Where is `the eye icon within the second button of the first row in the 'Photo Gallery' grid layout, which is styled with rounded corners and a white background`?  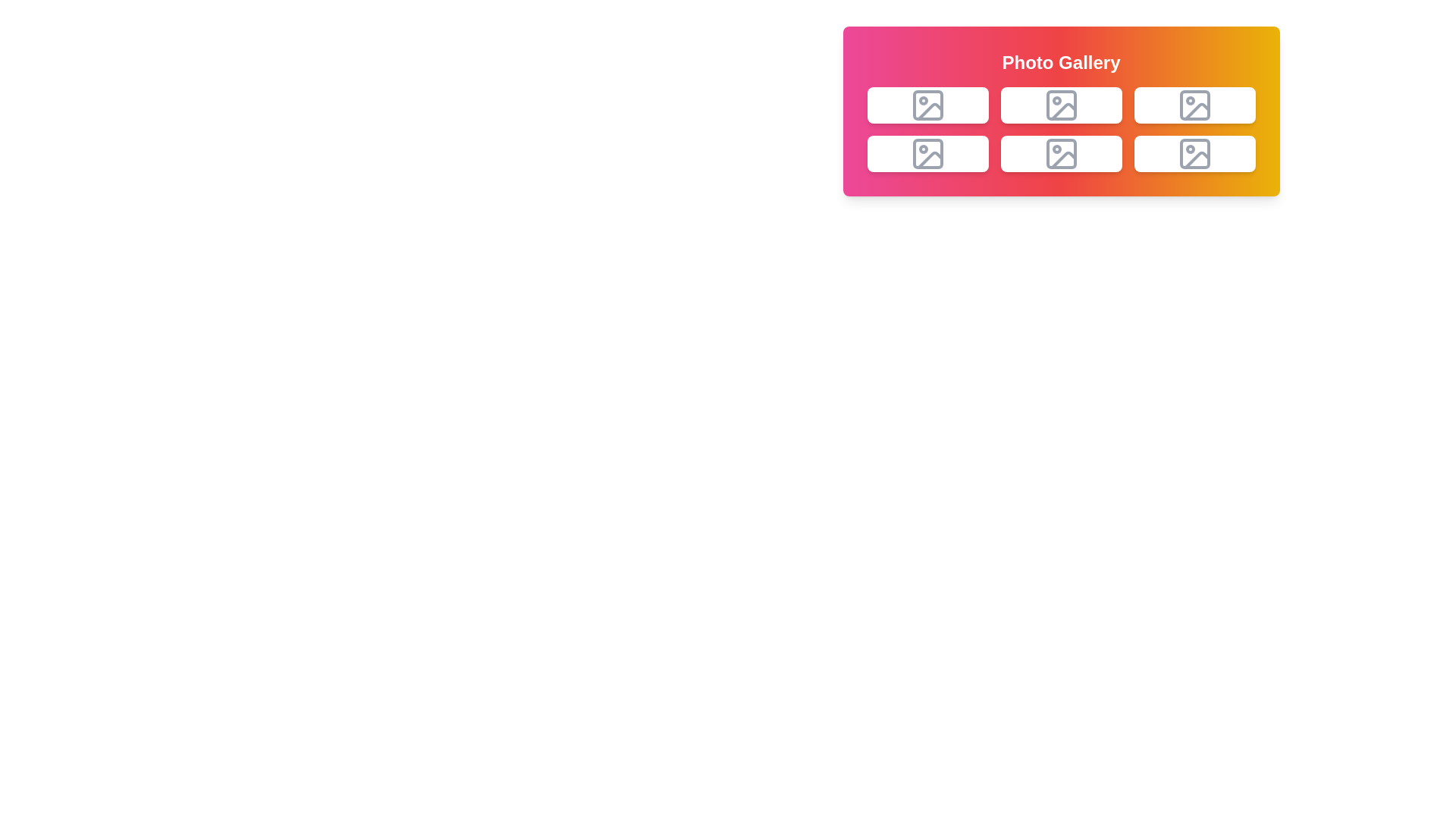 the eye icon within the second button of the first row in the 'Photo Gallery' grid layout, which is styled with rounded corners and a white background is located at coordinates (1040, 104).